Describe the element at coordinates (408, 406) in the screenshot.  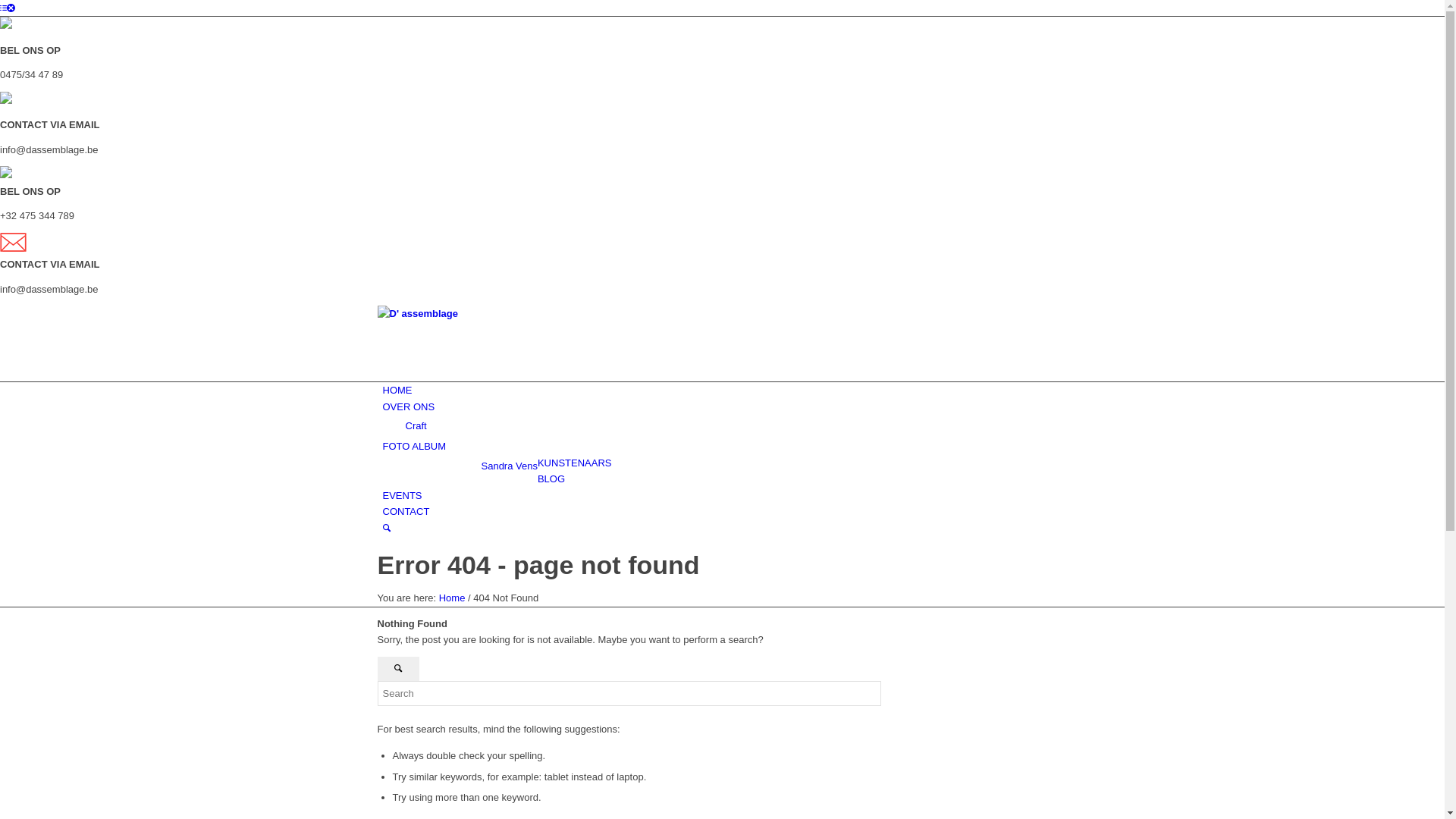
I see `'OVER ONS'` at that location.